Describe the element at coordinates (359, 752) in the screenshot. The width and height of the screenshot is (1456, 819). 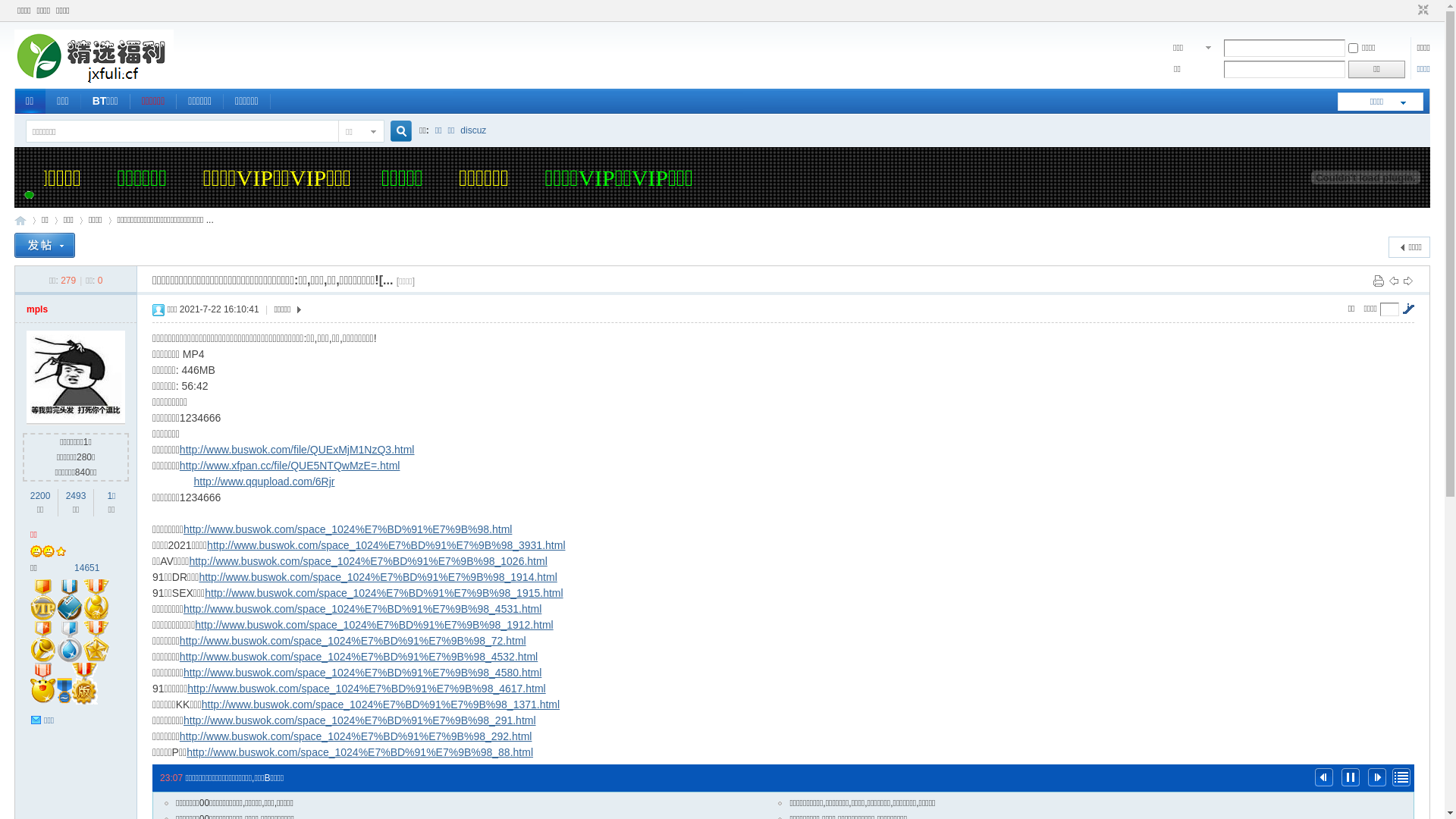
I see `'http://www.buswok.com/space_1024%E7%BD%91%E7%9B%98_88.html'` at that location.